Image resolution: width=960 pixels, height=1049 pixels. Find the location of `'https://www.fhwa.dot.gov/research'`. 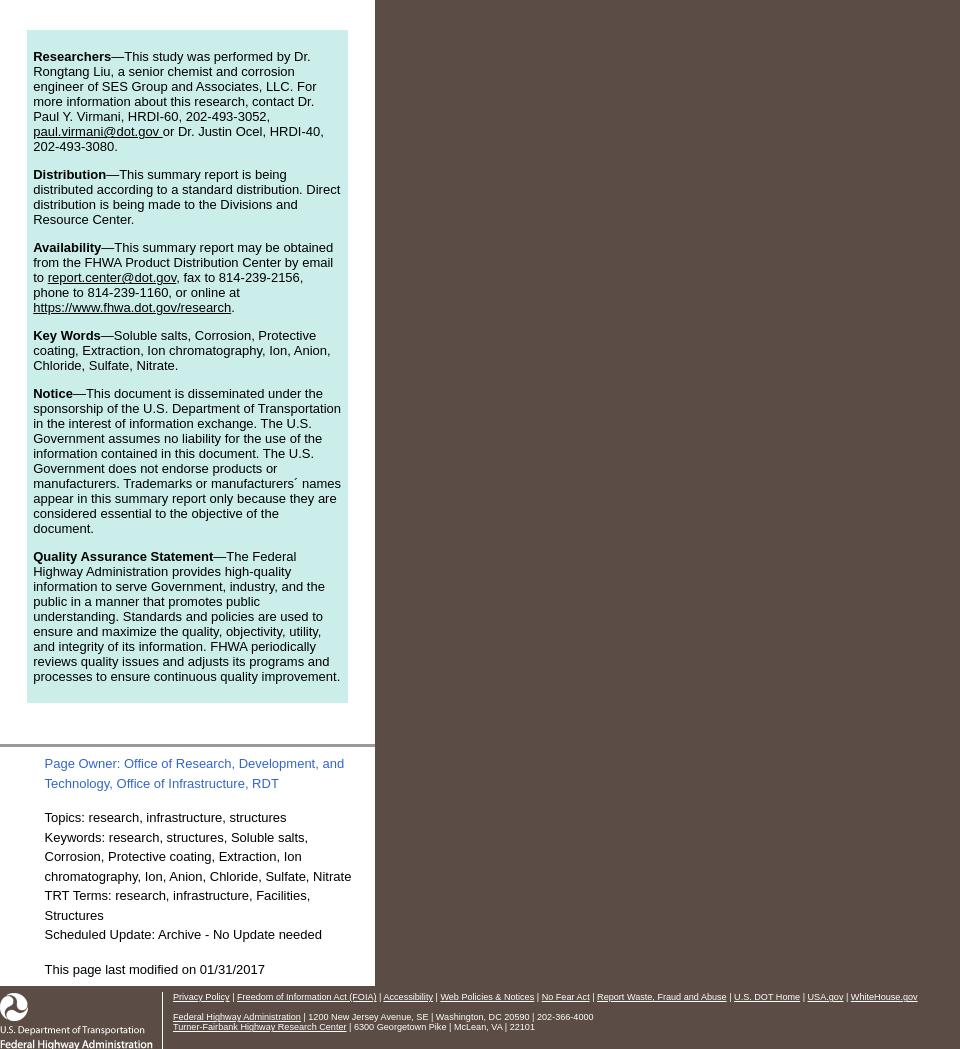

'https://www.fhwa.dot.gov/research' is located at coordinates (131, 307).